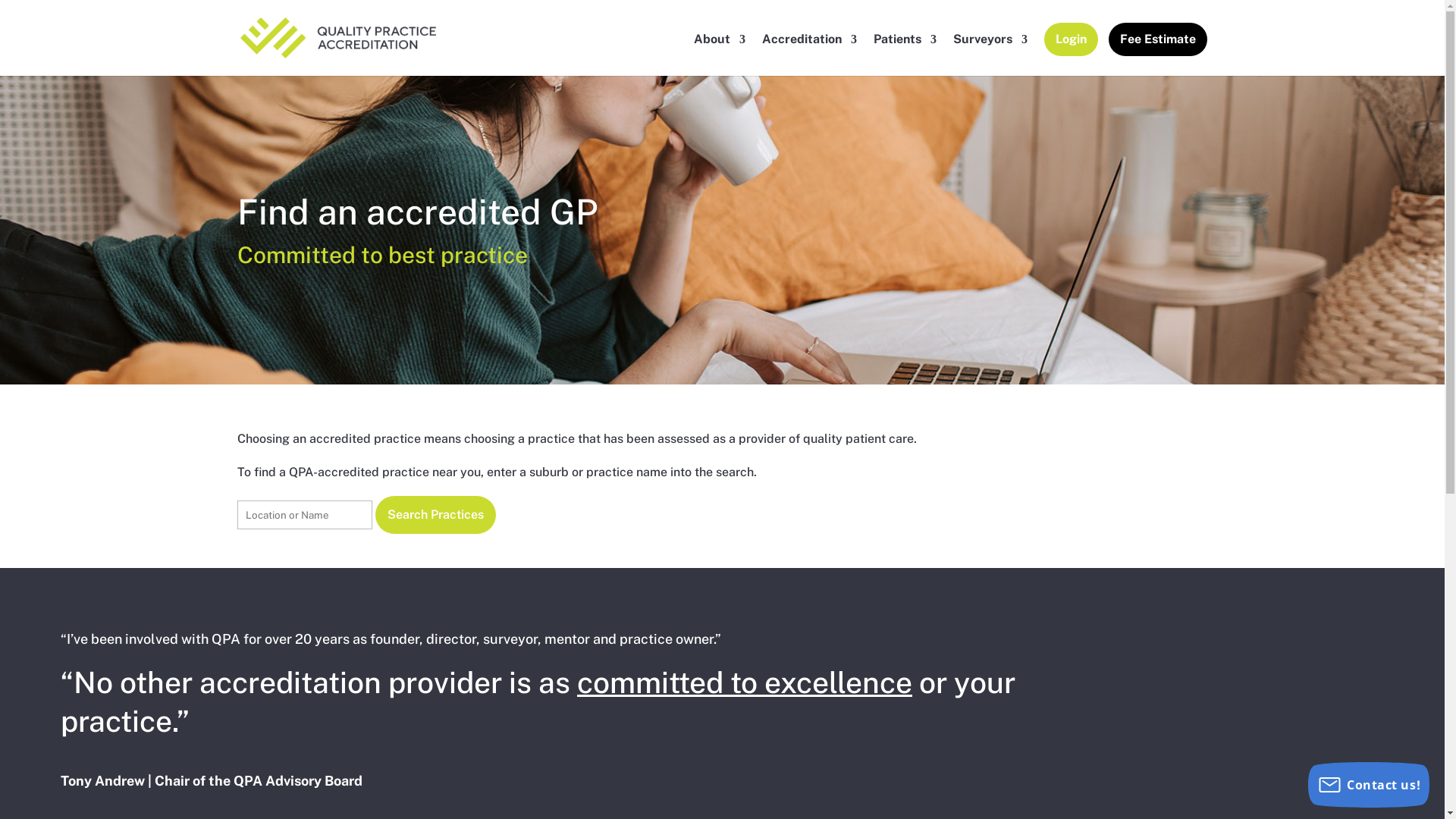  Describe the element at coordinates (1070, 52) in the screenshot. I see `'Login'` at that location.